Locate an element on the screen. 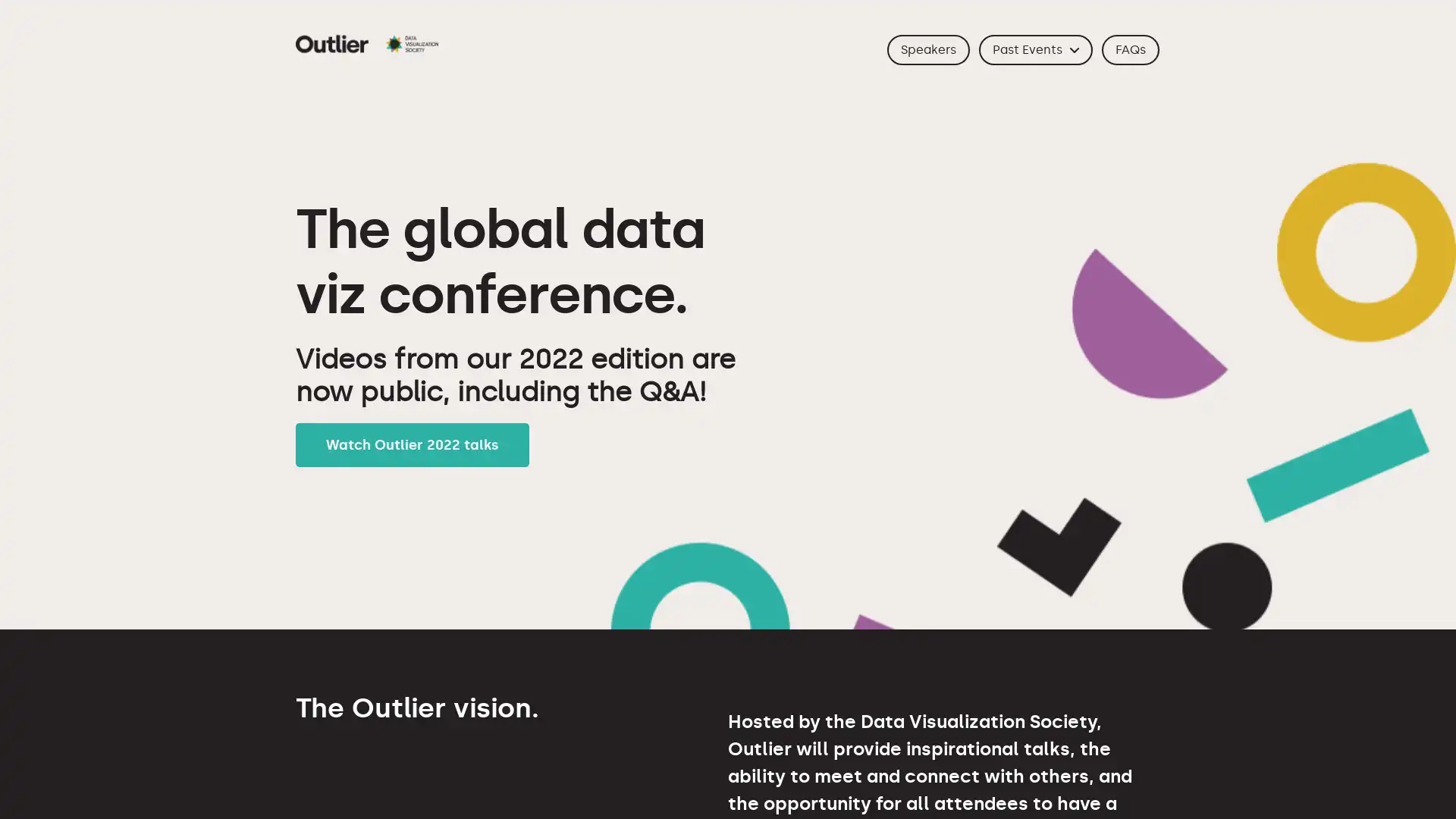 This screenshot has height=819, width=1456. Watch Outlier 2022 talks is located at coordinates (412, 444).